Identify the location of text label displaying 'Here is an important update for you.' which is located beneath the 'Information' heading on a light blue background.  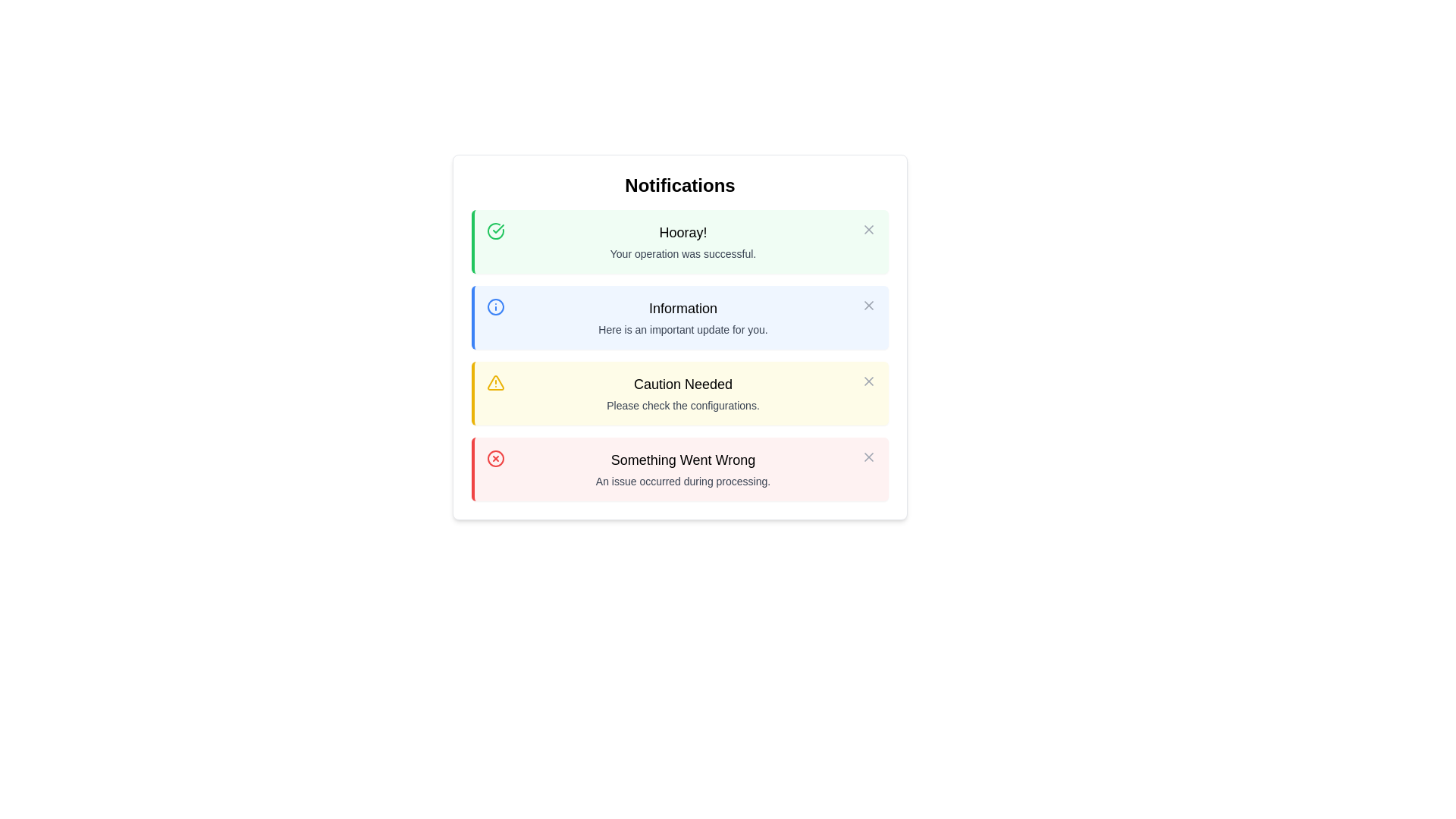
(682, 329).